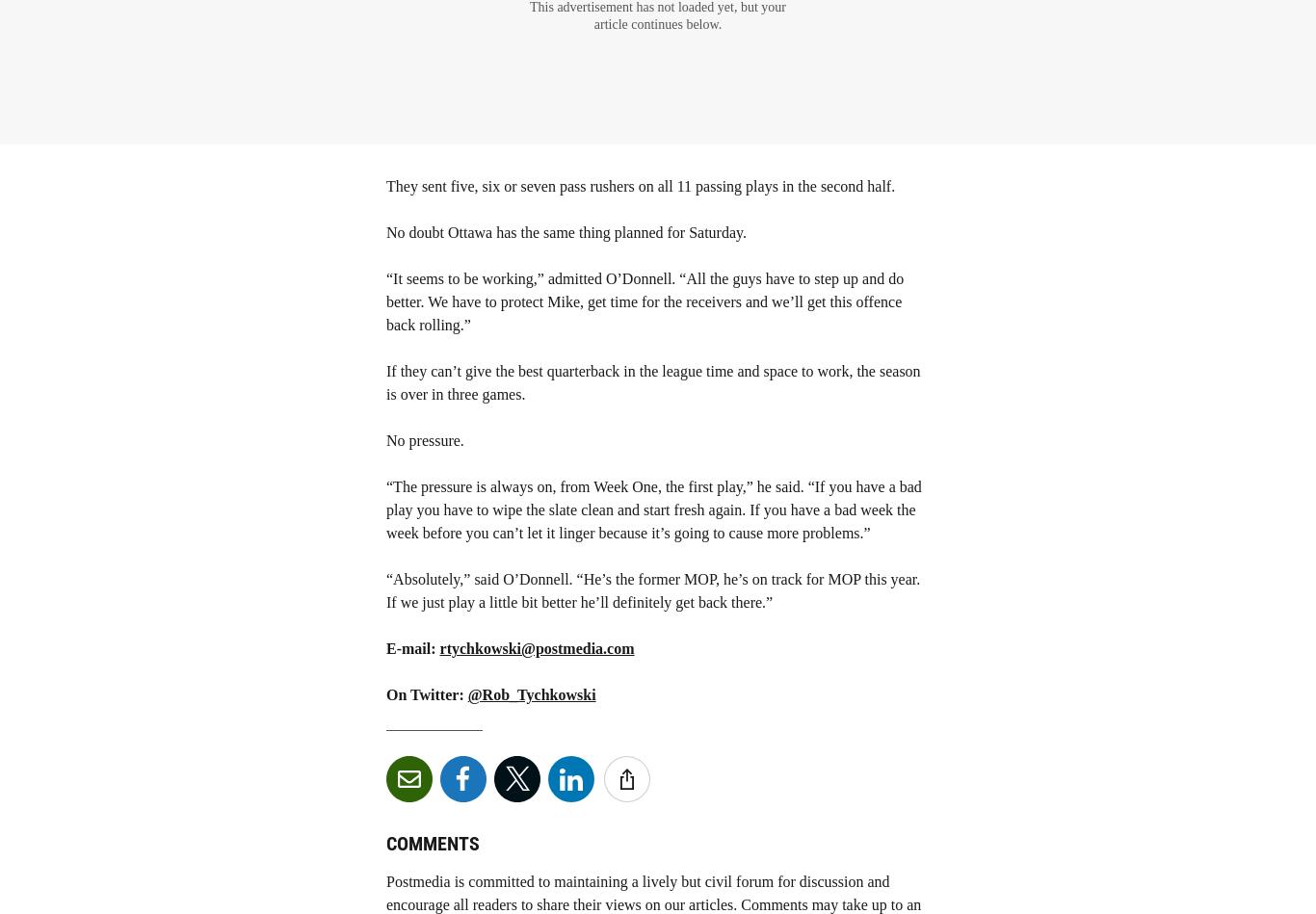 This screenshot has height=914, width=1316. Describe the element at coordinates (432, 843) in the screenshot. I see `'Comments'` at that location.